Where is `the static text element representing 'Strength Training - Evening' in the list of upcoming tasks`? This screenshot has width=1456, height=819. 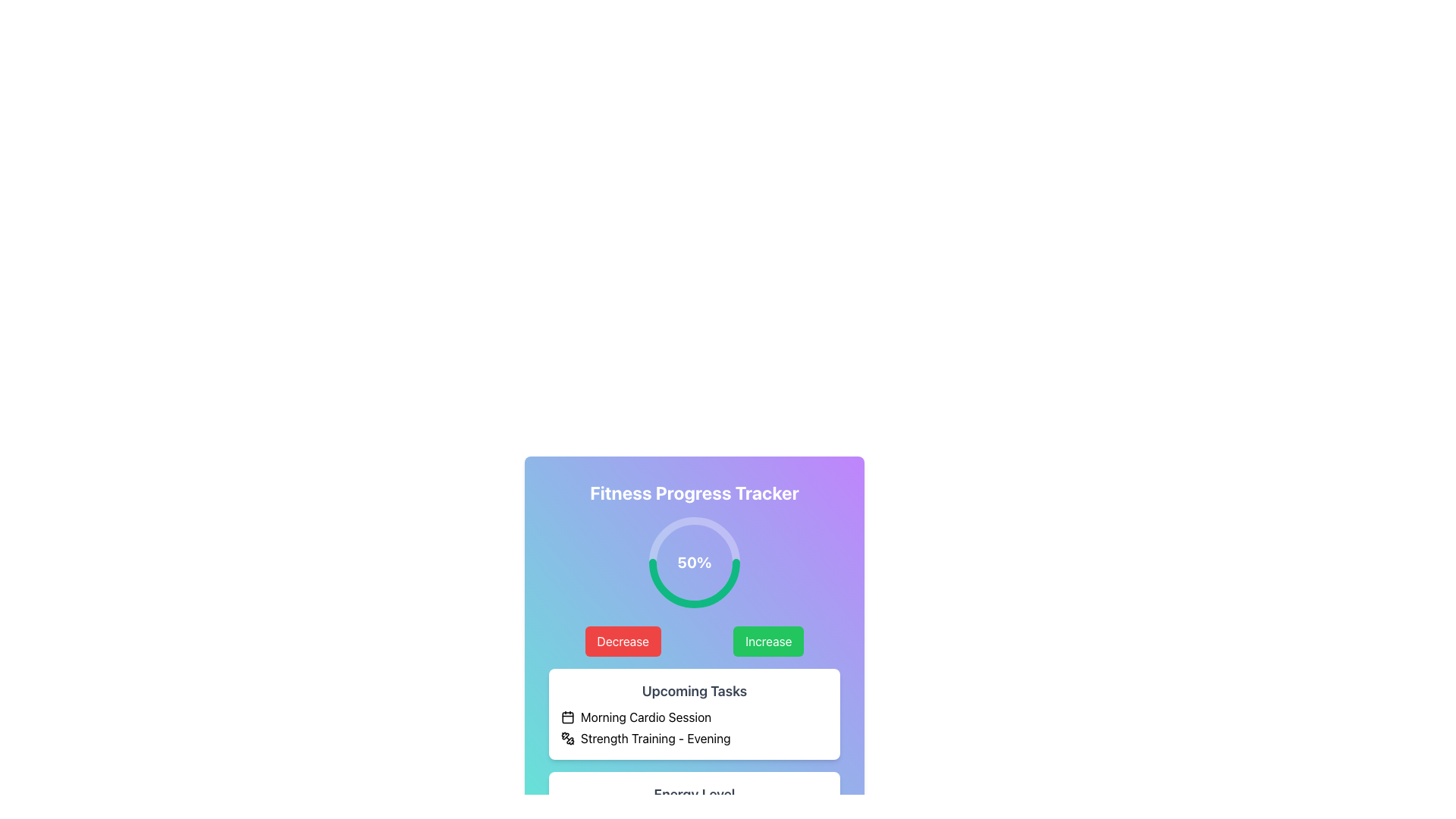
the static text element representing 'Strength Training - Evening' in the list of upcoming tasks is located at coordinates (694, 738).